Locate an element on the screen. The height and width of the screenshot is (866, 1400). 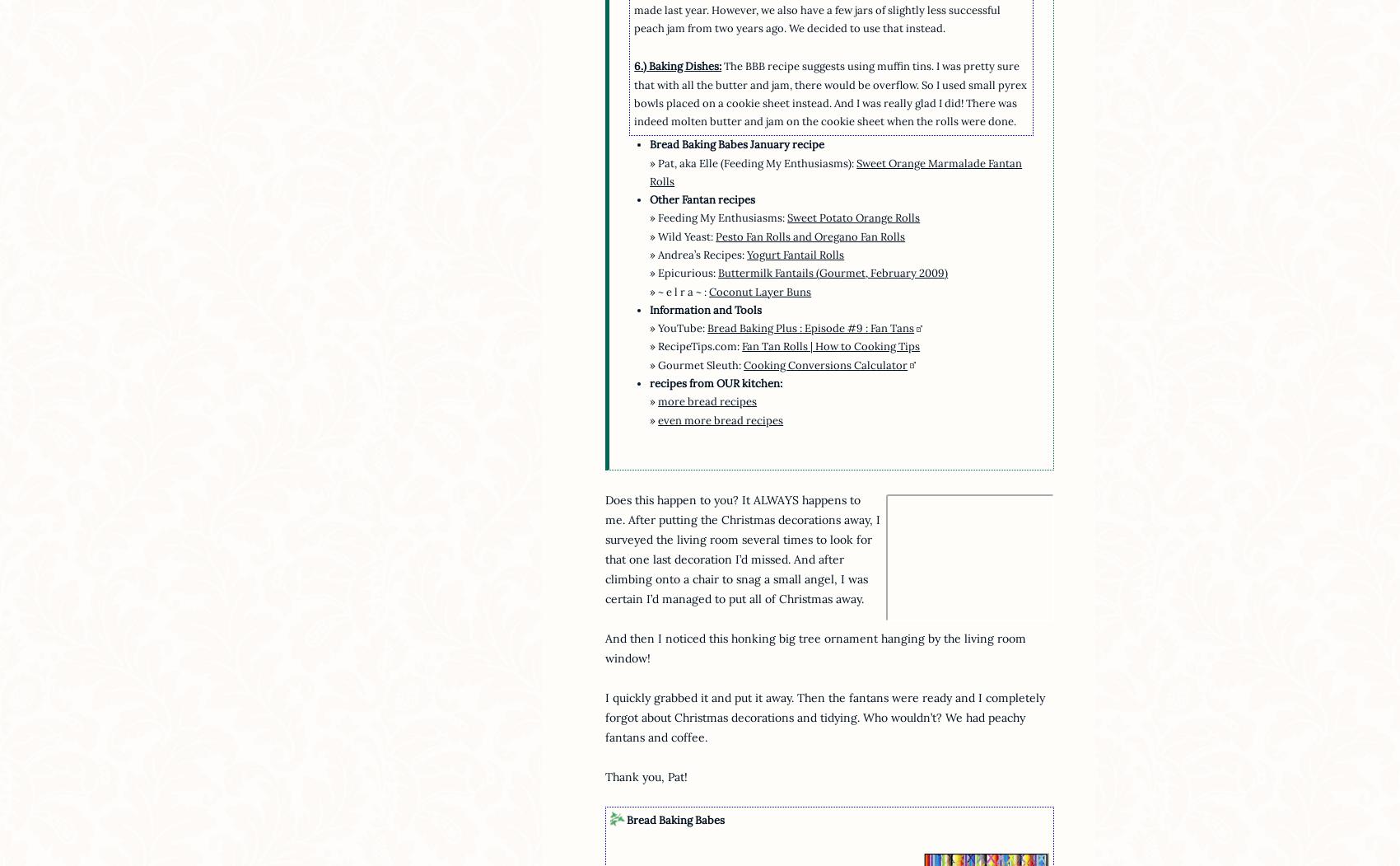
'Bread Baking Plus : Episode #9 : Fan Tans' is located at coordinates (810, 327).